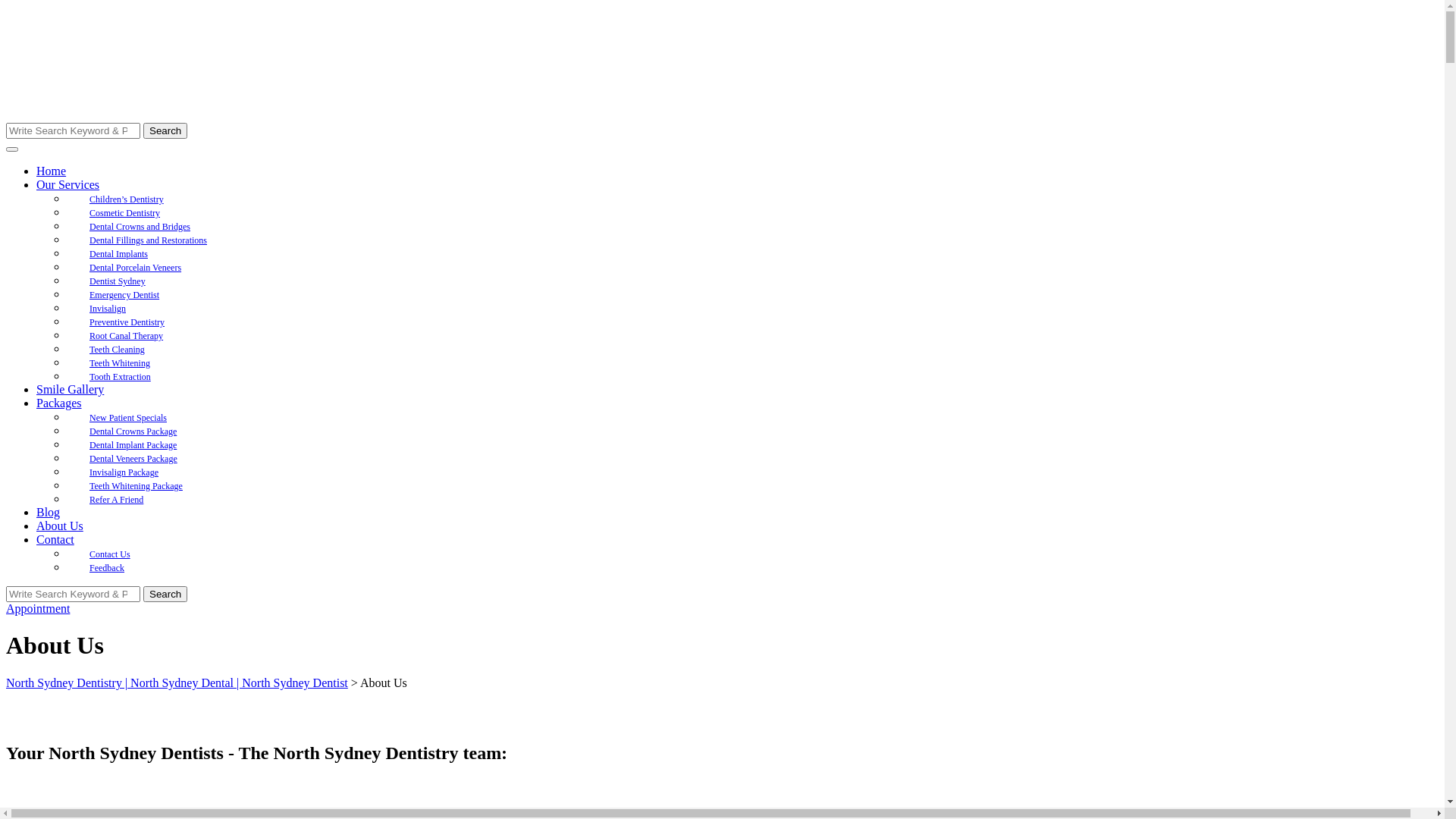 Image resolution: width=1456 pixels, height=819 pixels. I want to click on 'Feedback', so click(105, 567).